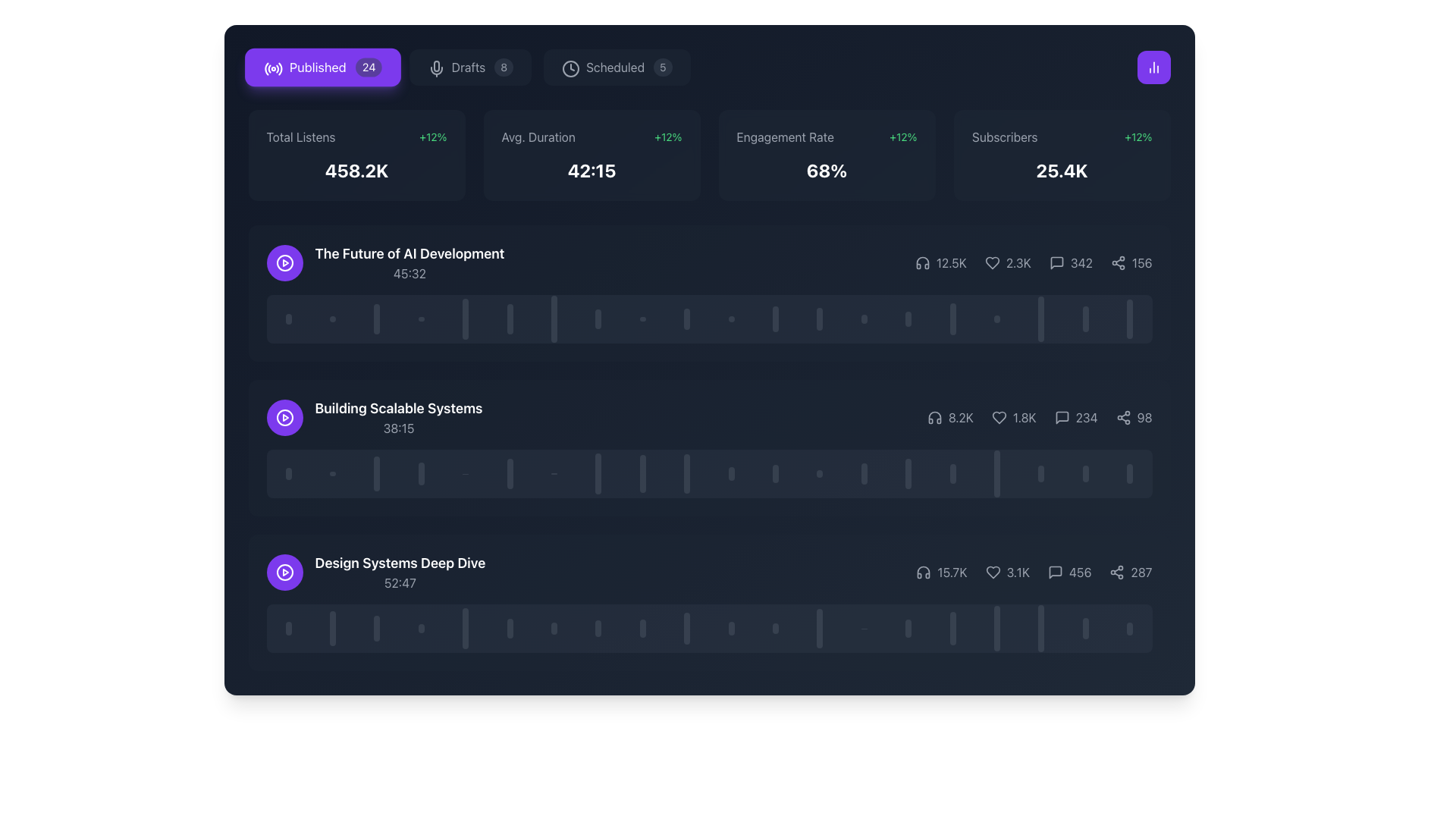 The height and width of the screenshot is (819, 1456). Describe the element at coordinates (288, 318) in the screenshot. I see `the first visual indicator in the vertical set, located to the left of the horizontal bar titled 'The Future of AI Development'` at that location.